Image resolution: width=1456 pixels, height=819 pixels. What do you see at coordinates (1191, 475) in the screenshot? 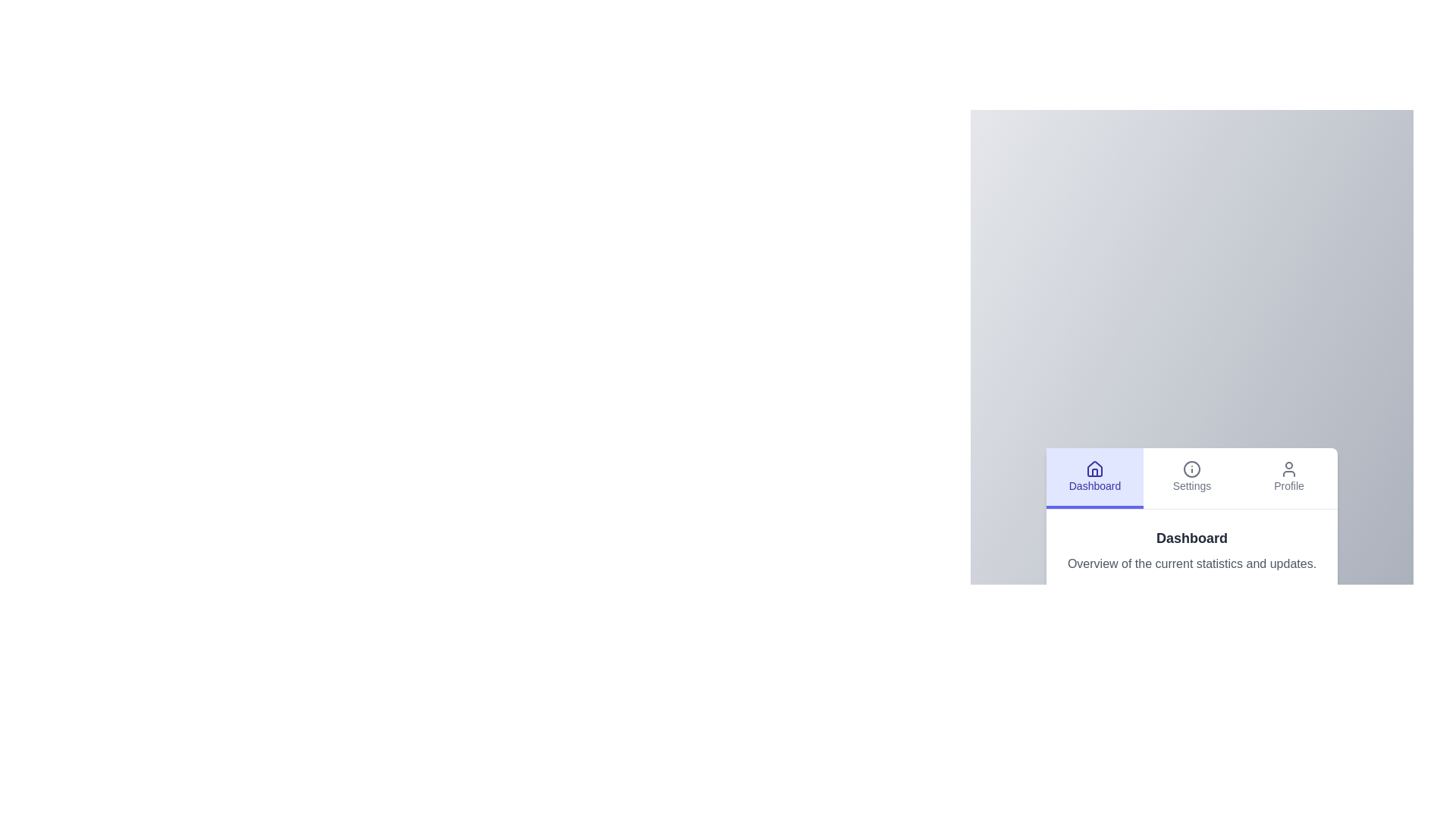
I see `the tab labeled Settings to view its content` at bounding box center [1191, 475].